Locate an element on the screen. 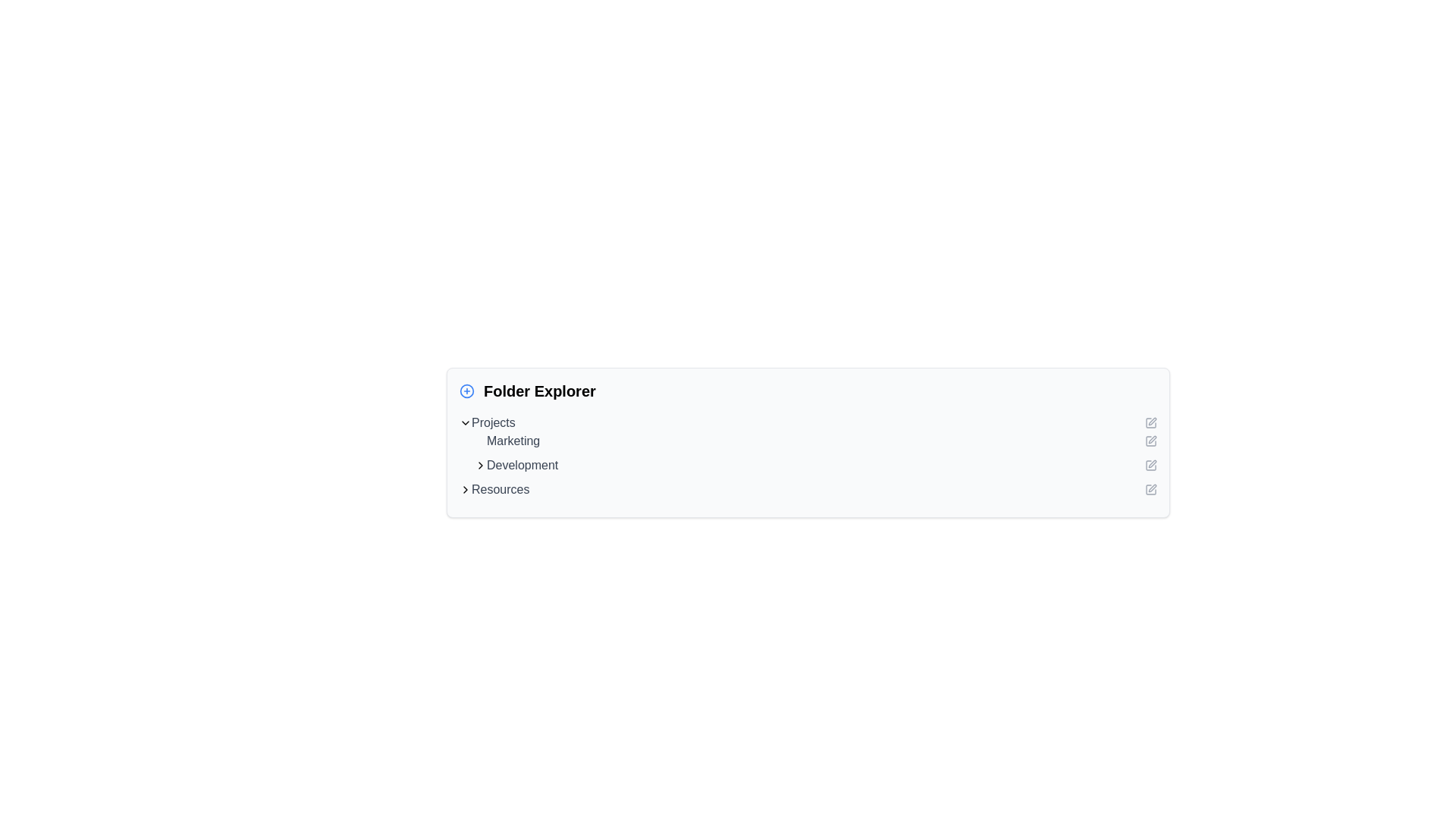 Image resolution: width=1456 pixels, height=819 pixels. the 'Edit' button/icon associated with the 'Projects' entry is located at coordinates (1150, 423).